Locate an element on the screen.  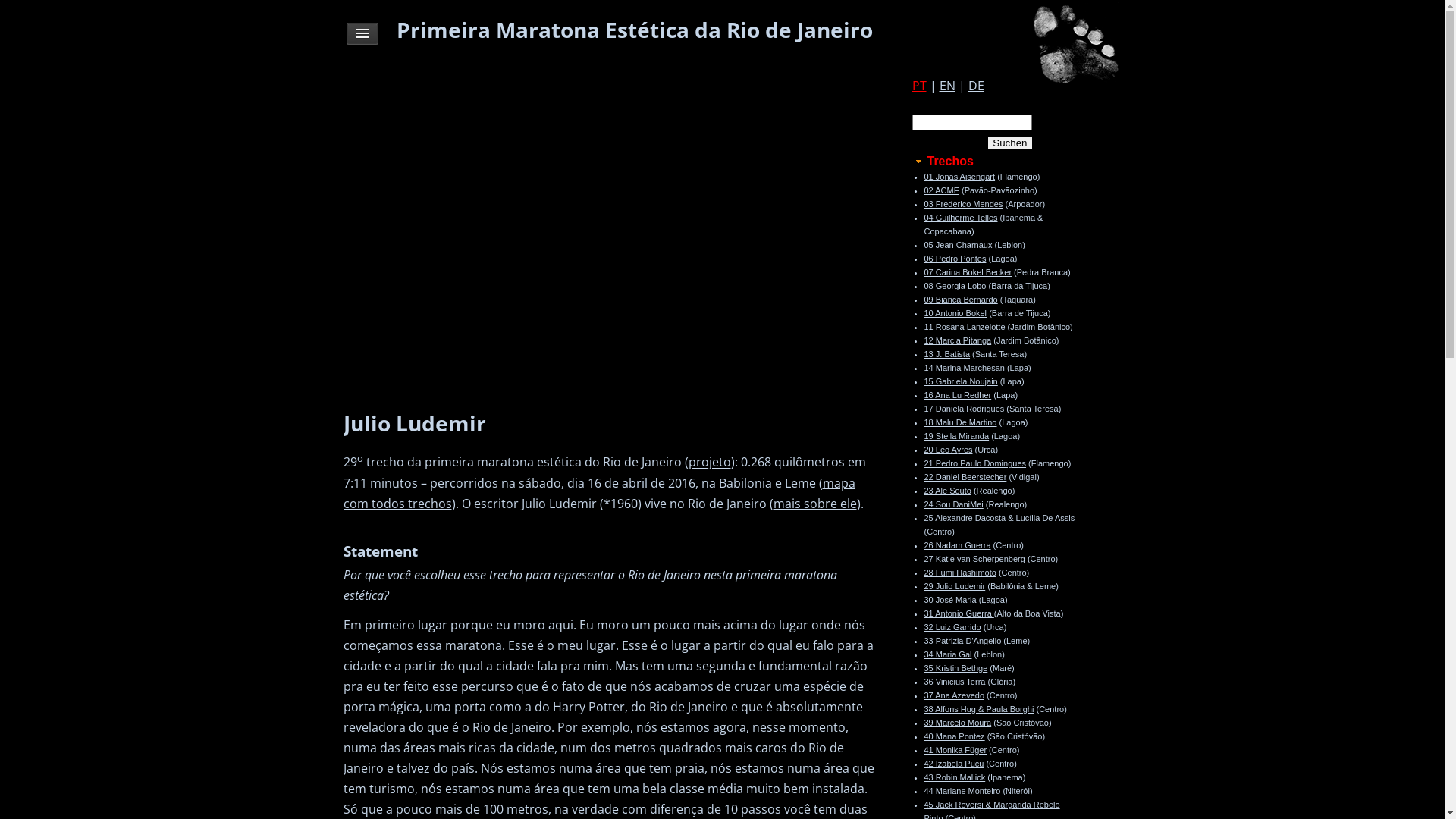
'Trechos' is located at coordinates (910, 161).